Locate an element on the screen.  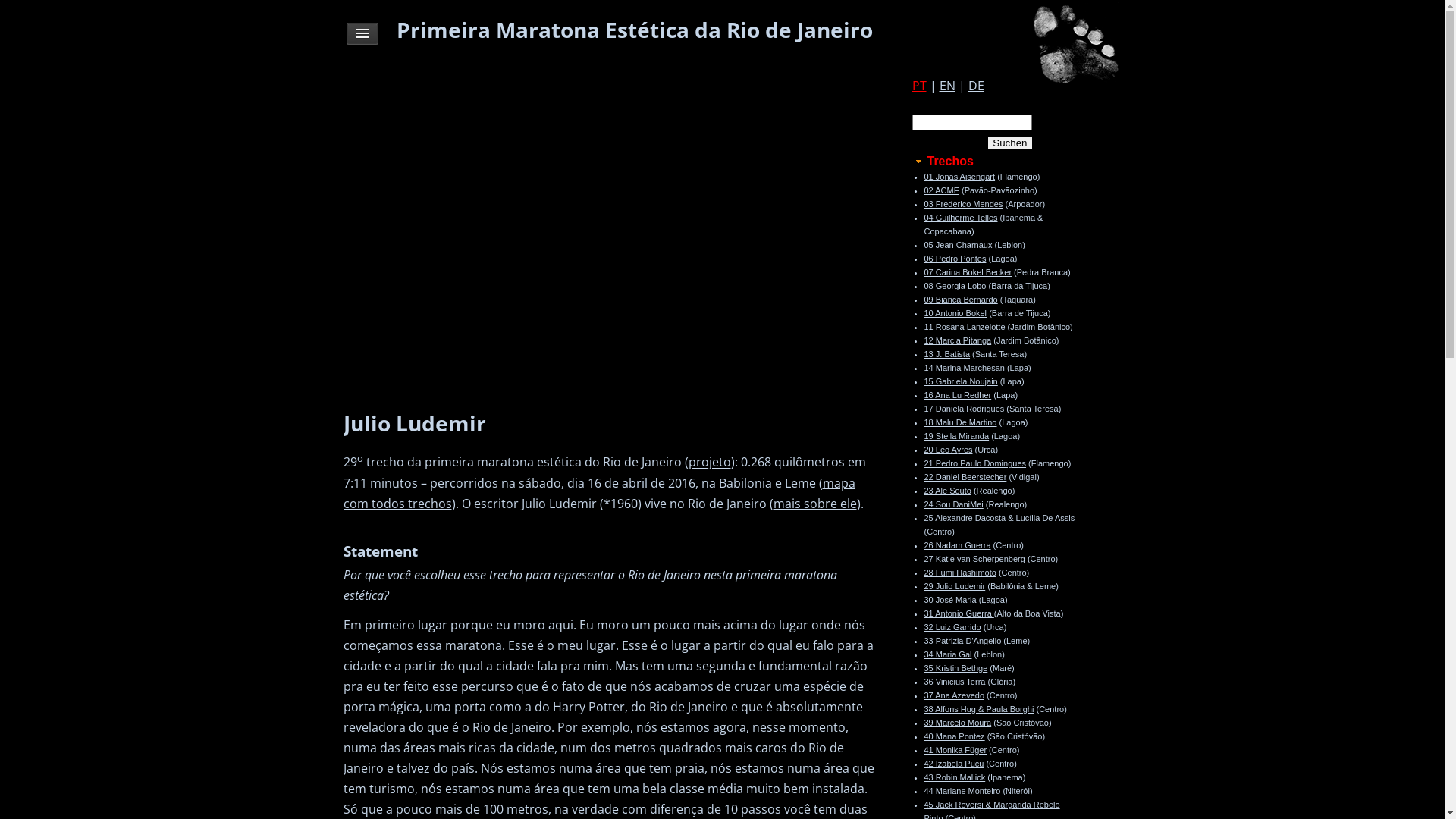
'Trechos' is located at coordinates (910, 161).